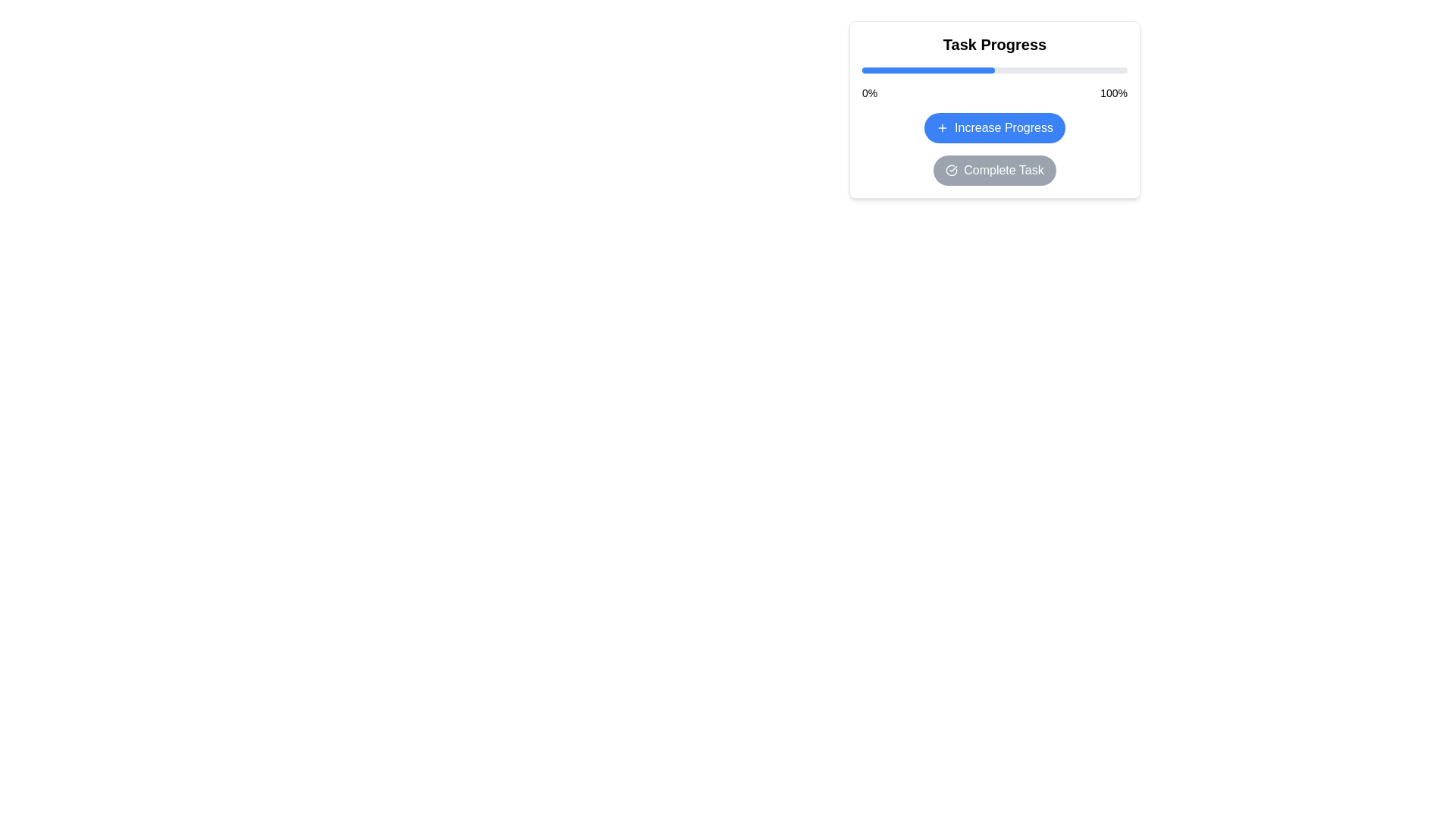 The height and width of the screenshot is (819, 1456). Describe the element at coordinates (942, 127) in the screenshot. I see `the plus sign icon inside the blue button labeled 'Increase Progress' that is positioned to the right of the progress bar` at that location.